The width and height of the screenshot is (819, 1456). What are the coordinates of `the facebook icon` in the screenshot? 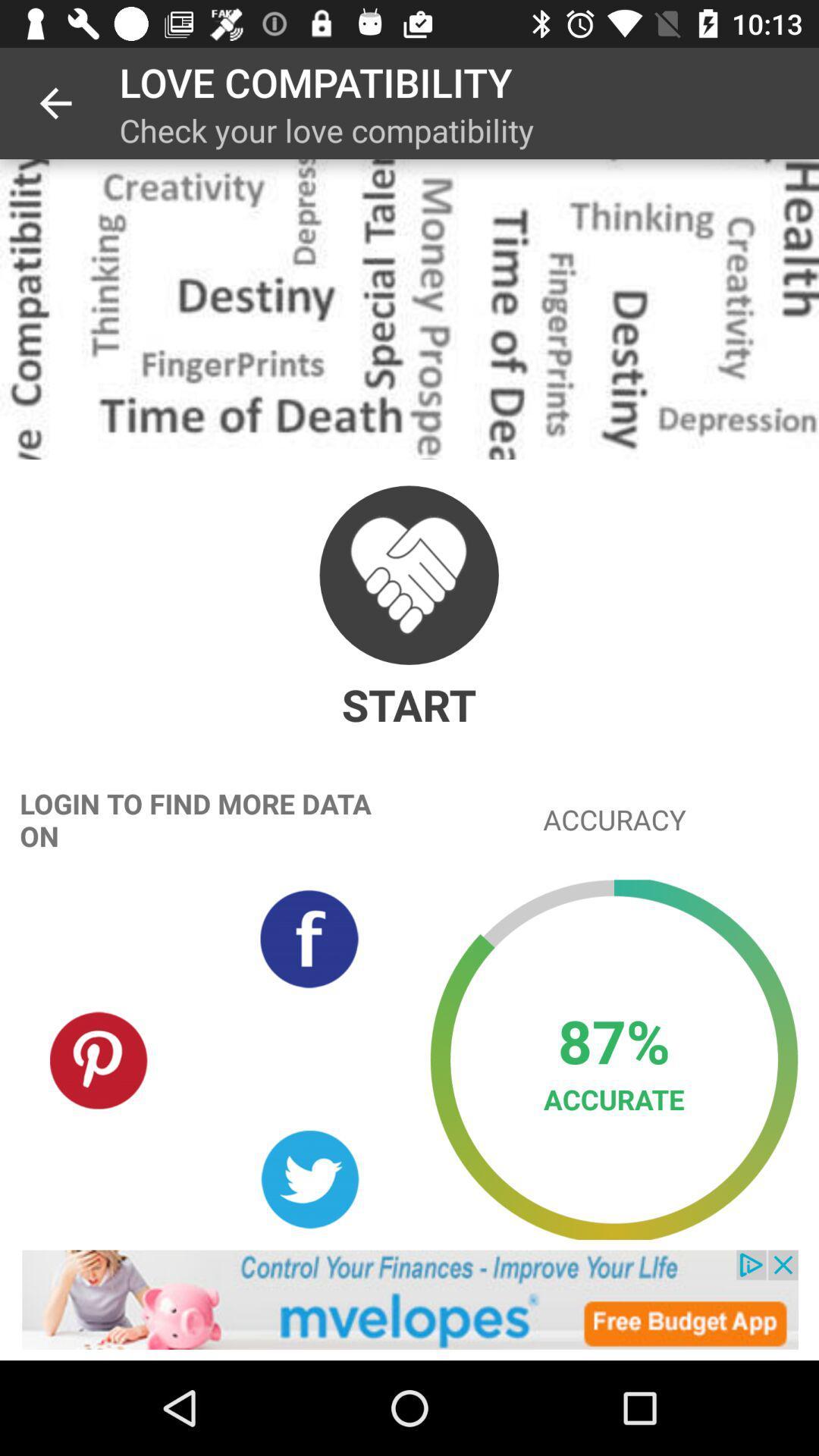 It's located at (309, 938).